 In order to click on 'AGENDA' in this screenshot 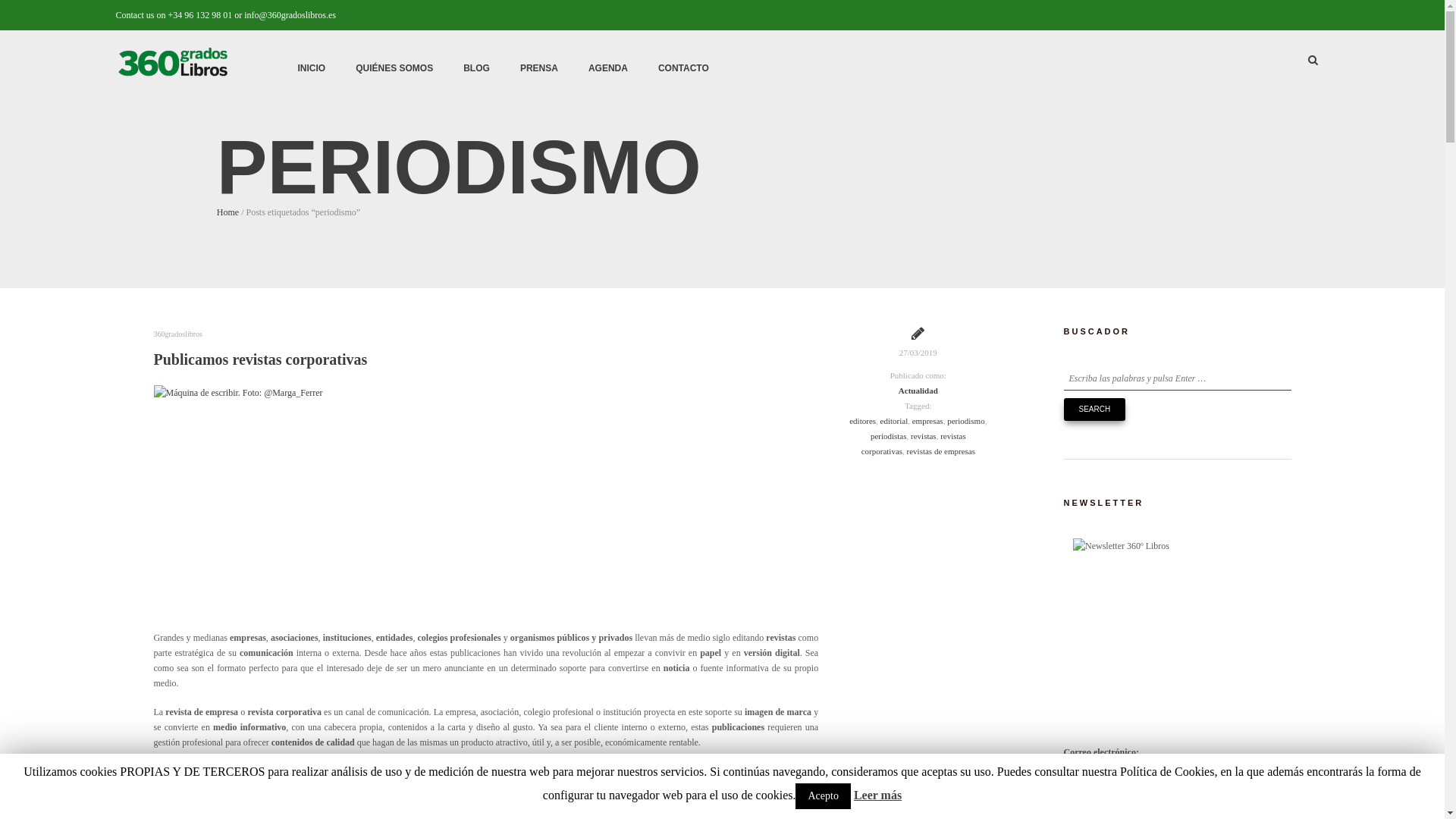, I will do `click(607, 67)`.